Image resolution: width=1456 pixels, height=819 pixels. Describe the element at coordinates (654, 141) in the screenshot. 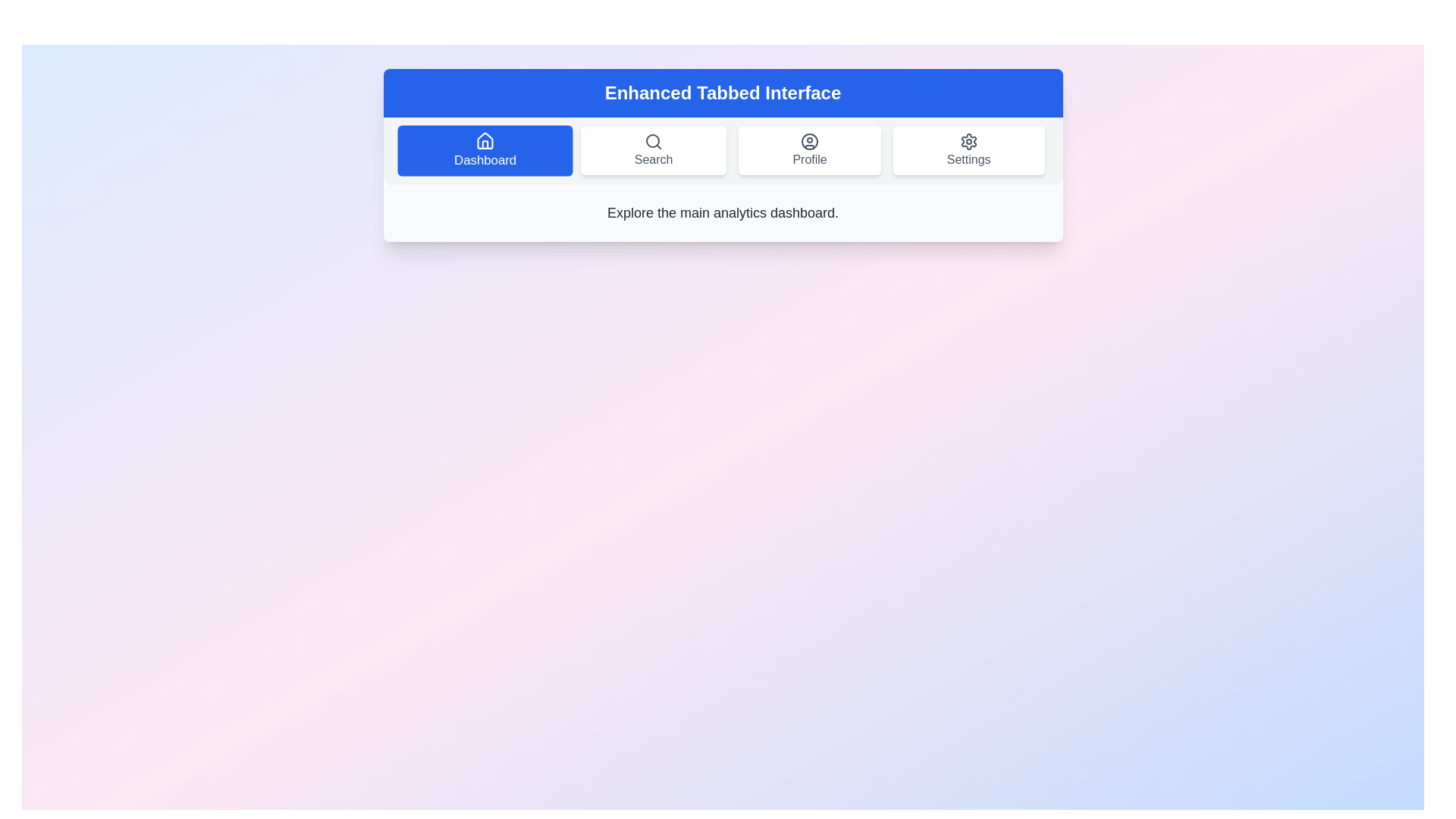

I see `the search icon located above the 'Search' text label in the second item slot of the navigation bar` at that location.